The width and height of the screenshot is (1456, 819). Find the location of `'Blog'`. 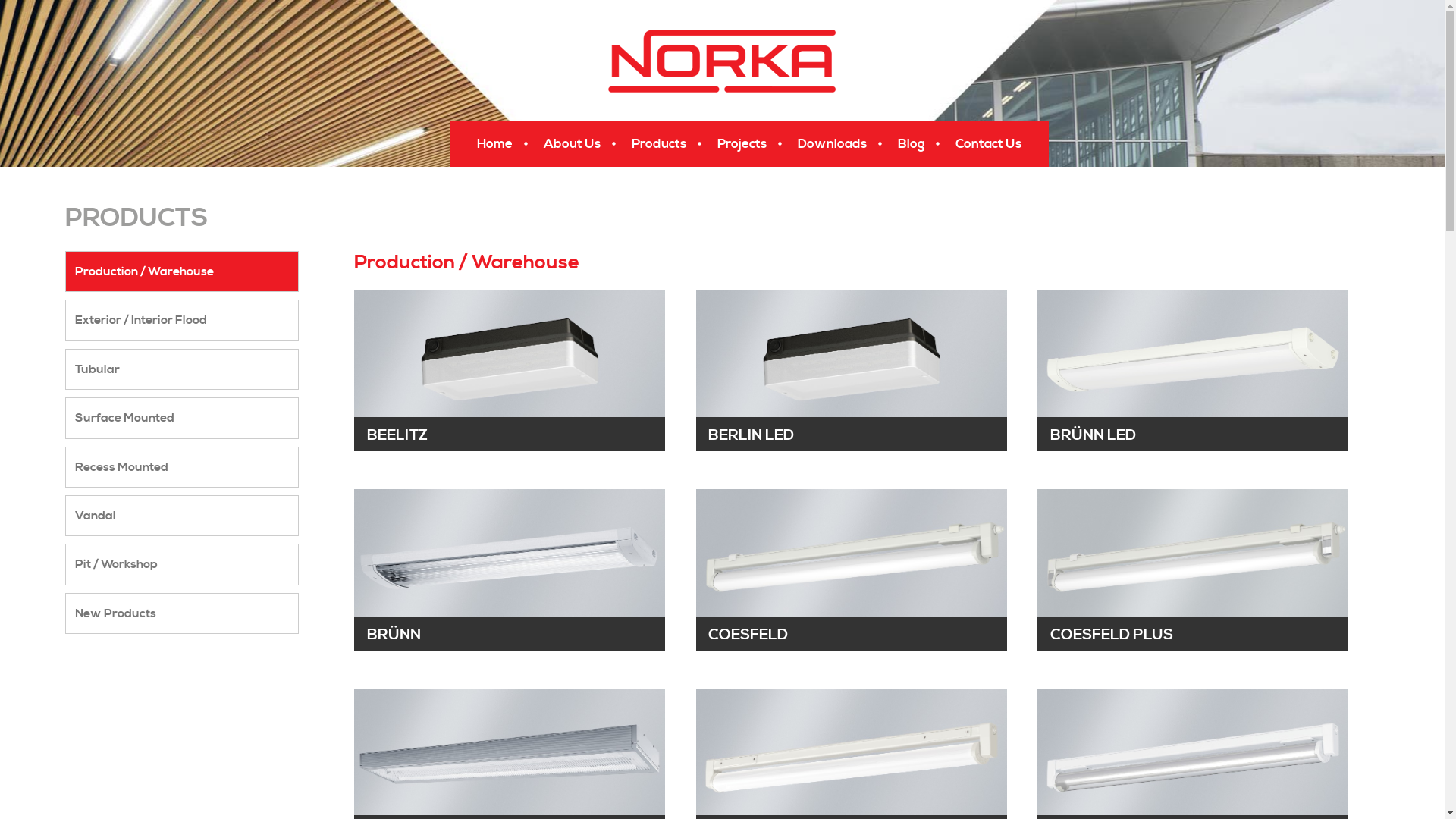

'Blog' is located at coordinates (885, 143).